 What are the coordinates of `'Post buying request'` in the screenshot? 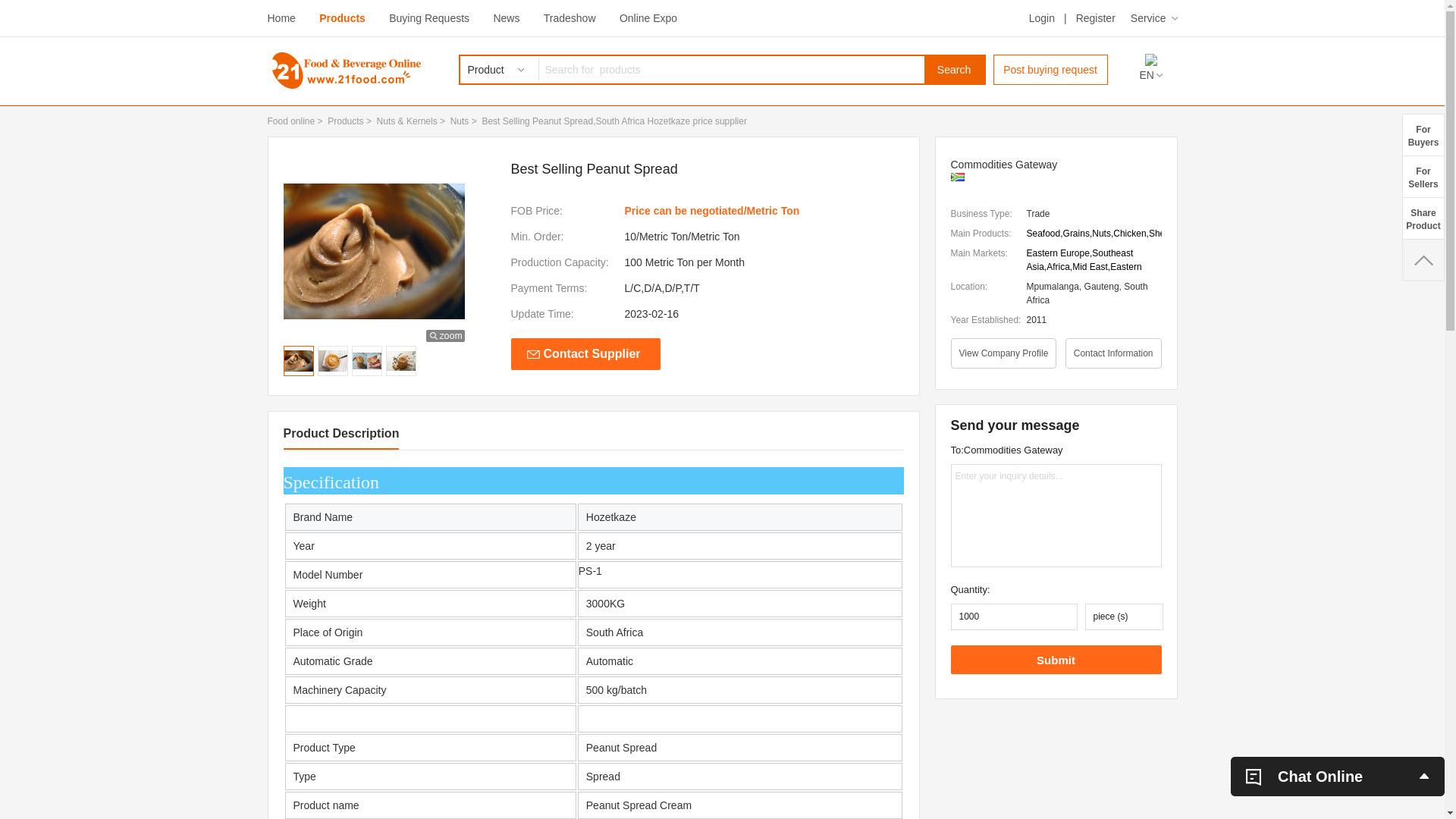 It's located at (1050, 70).